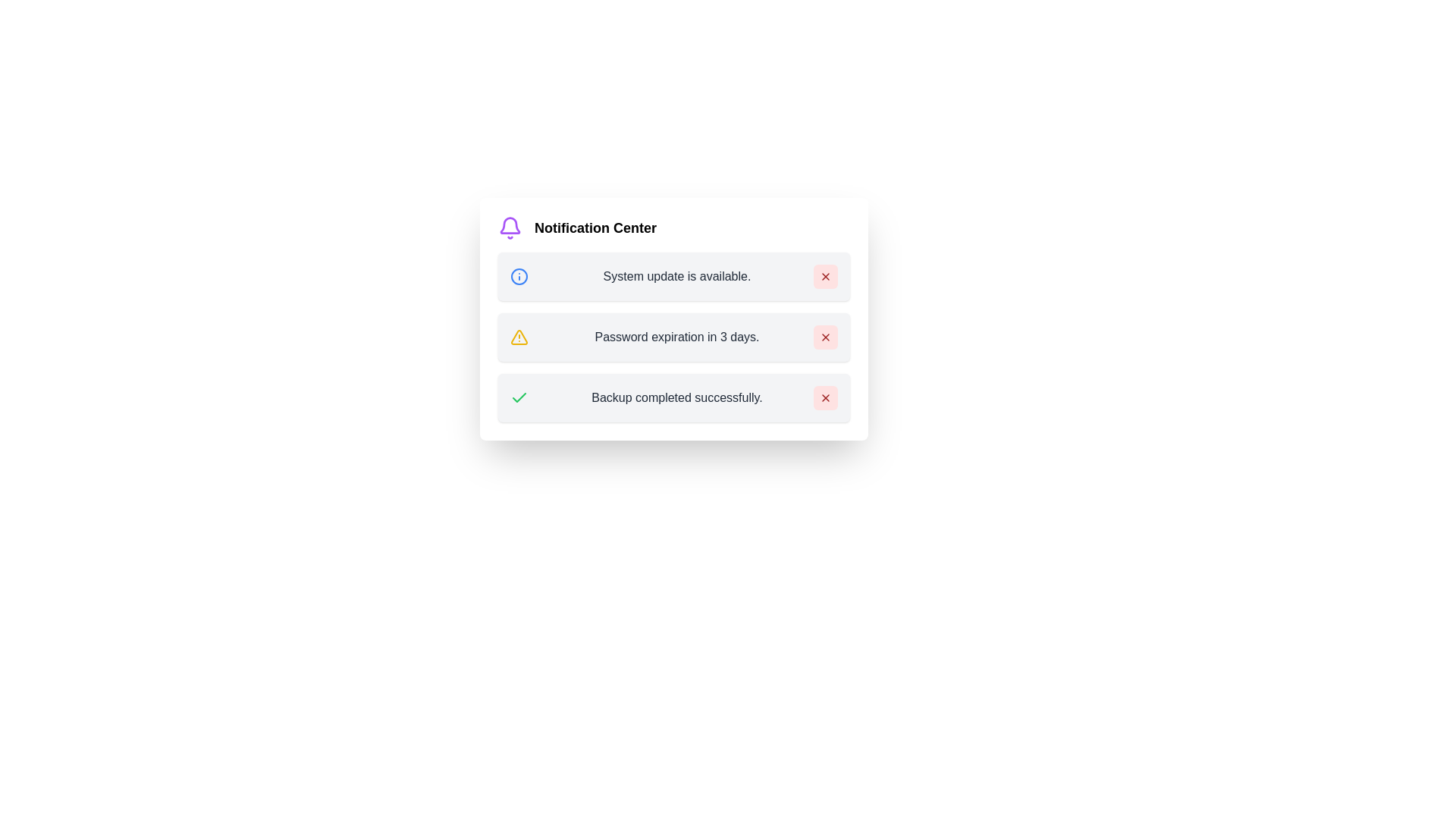 Image resolution: width=1456 pixels, height=819 pixels. I want to click on close button for Backup completed successfully. to dismiss it, so click(825, 397).